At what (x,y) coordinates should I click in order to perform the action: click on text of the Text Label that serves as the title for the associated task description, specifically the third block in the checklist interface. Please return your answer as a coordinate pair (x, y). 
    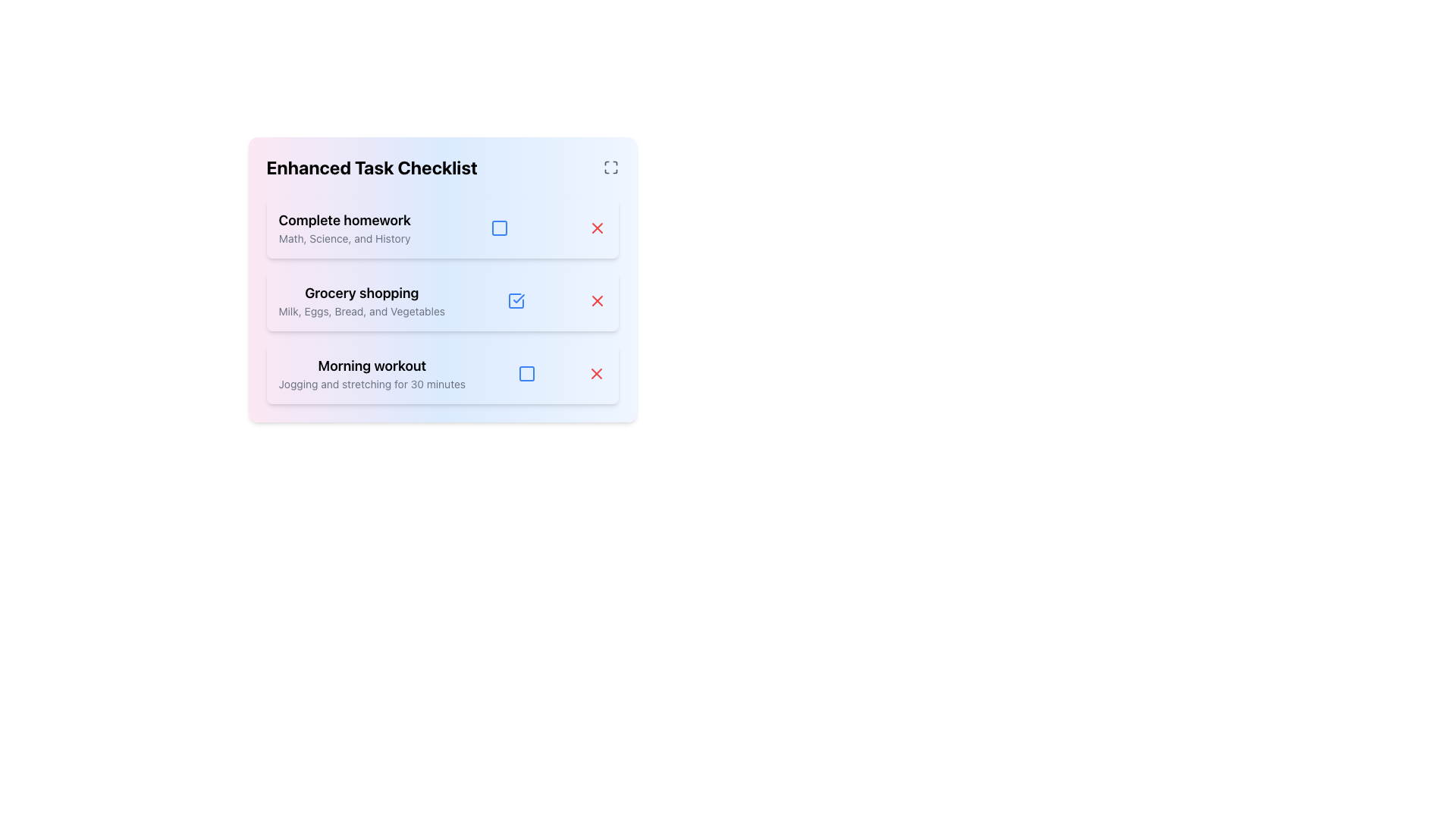
    Looking at the image, I should click on (372, 366).